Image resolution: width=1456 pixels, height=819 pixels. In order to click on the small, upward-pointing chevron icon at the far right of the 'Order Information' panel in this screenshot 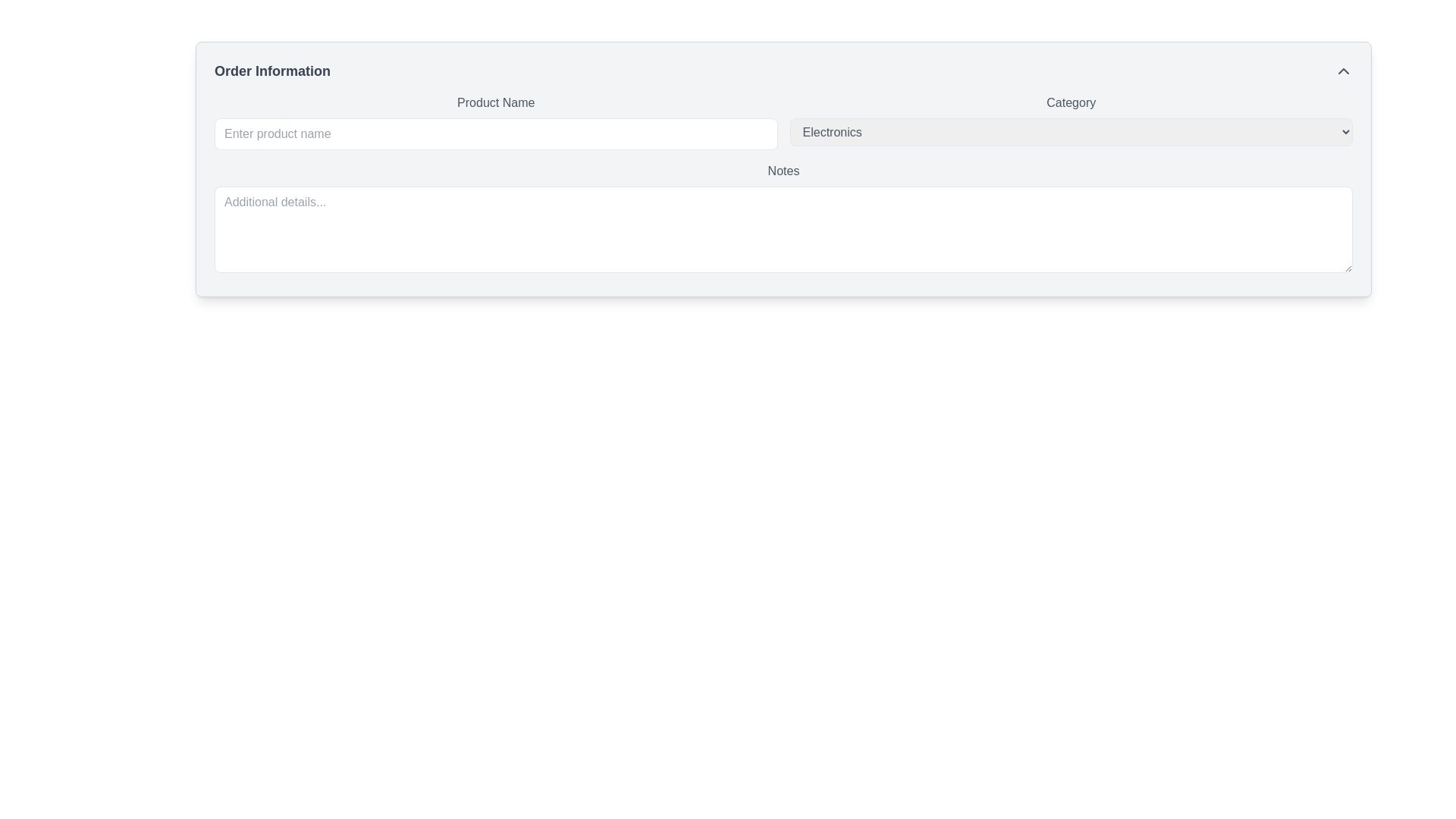, I will do `click(1343, 71)`.